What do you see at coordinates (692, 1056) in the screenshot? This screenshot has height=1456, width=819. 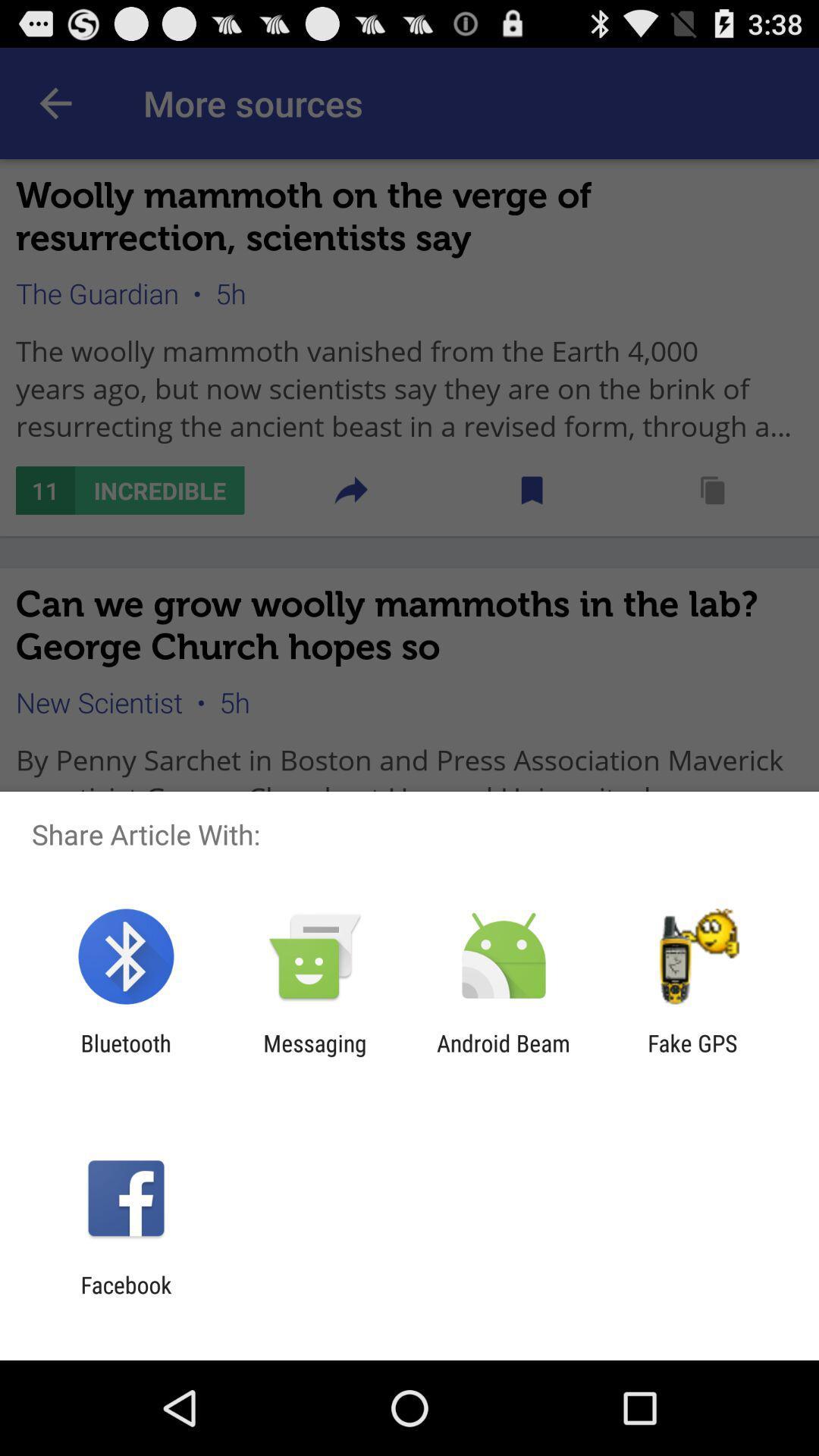 I see `the app next to the android beam` at bounding box center [692, 1056].